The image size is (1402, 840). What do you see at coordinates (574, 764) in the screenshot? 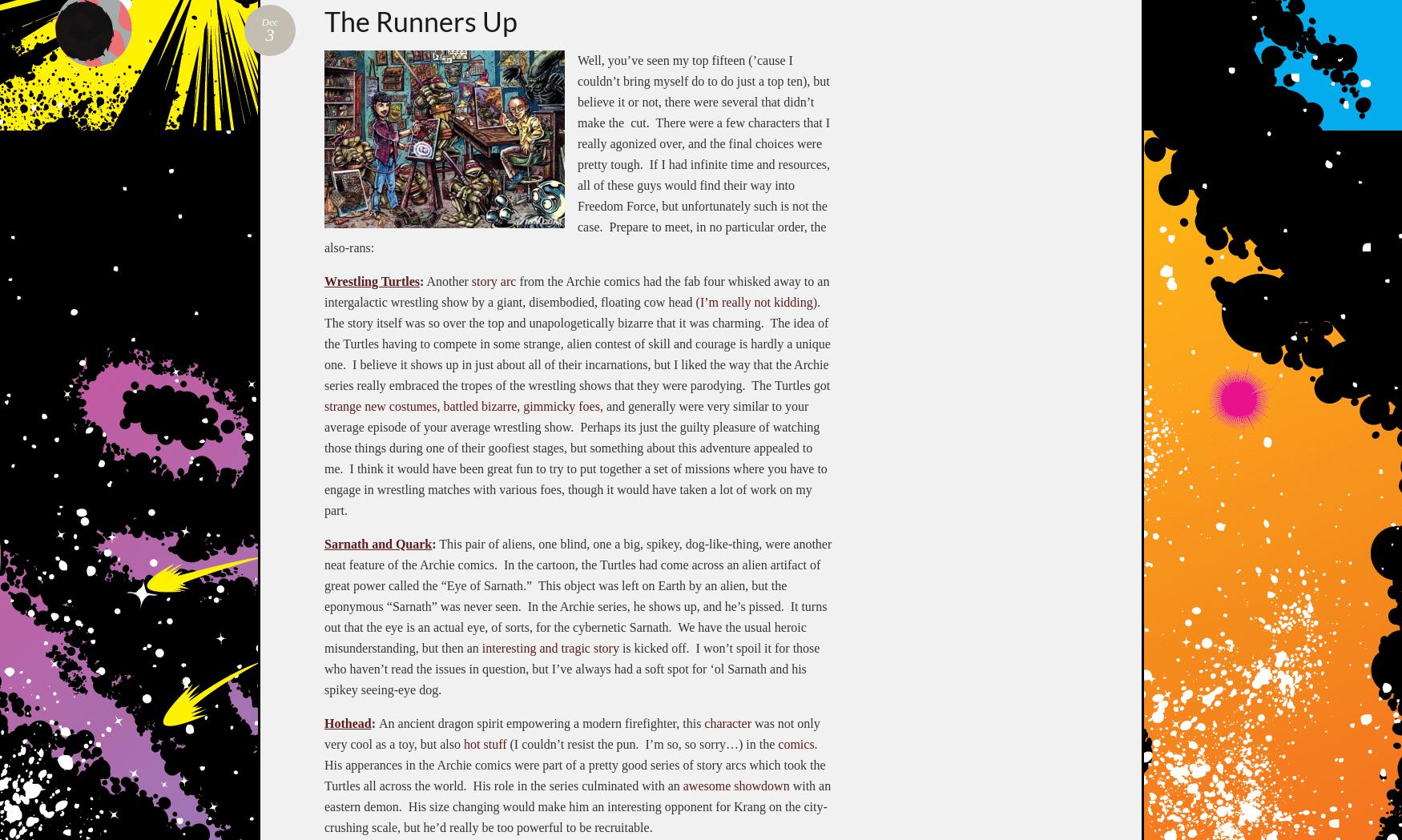
I see `'.  His apperances in the Archie comics were part of a pretty good series of story arcs which took the Turtles all across the world.  His role in the series culminated with an'` at bounding box center [574, 764].